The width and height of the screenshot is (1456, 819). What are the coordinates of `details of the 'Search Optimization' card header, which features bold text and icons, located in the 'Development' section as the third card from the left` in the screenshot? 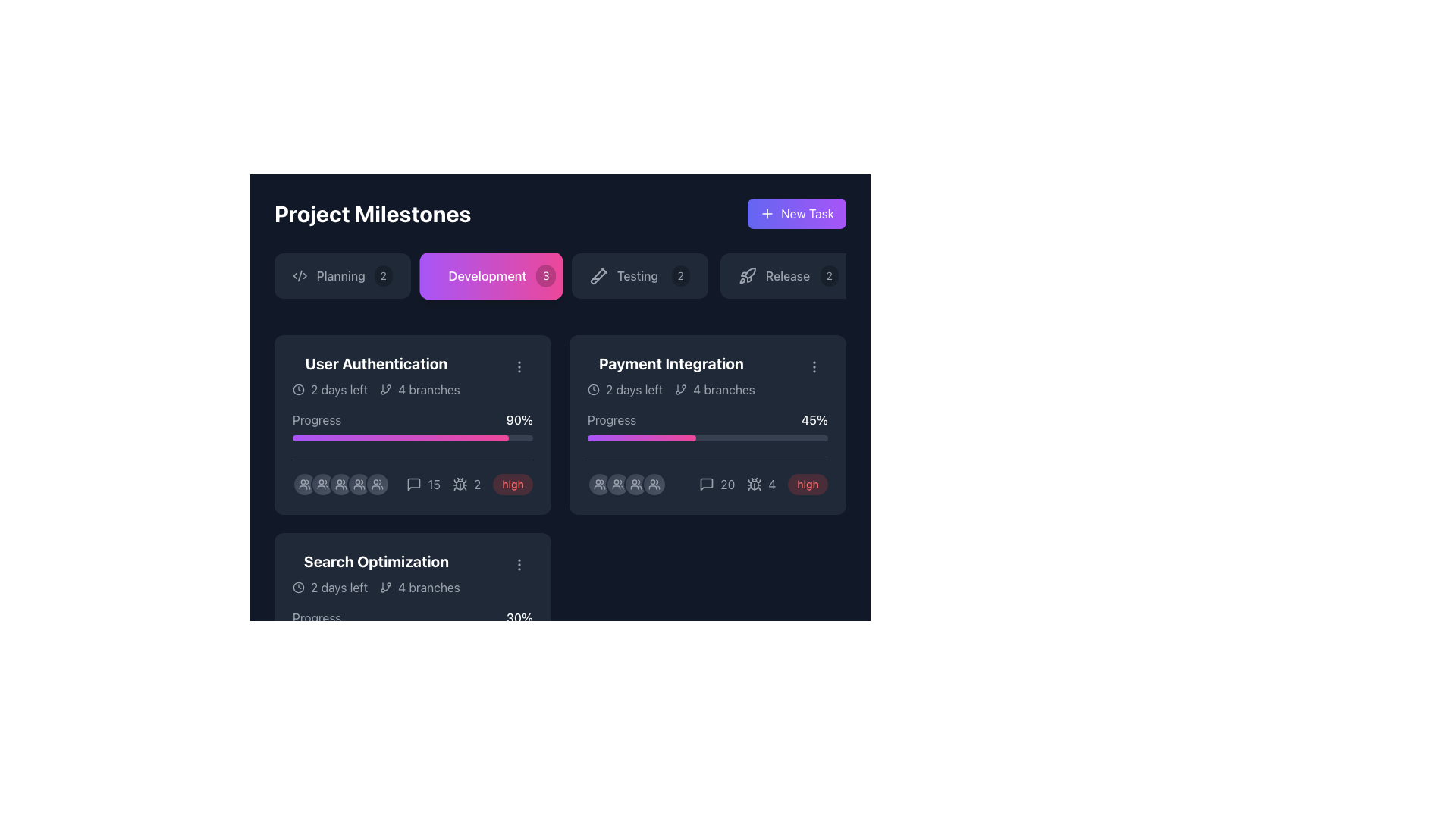 It's located at (413, 573).